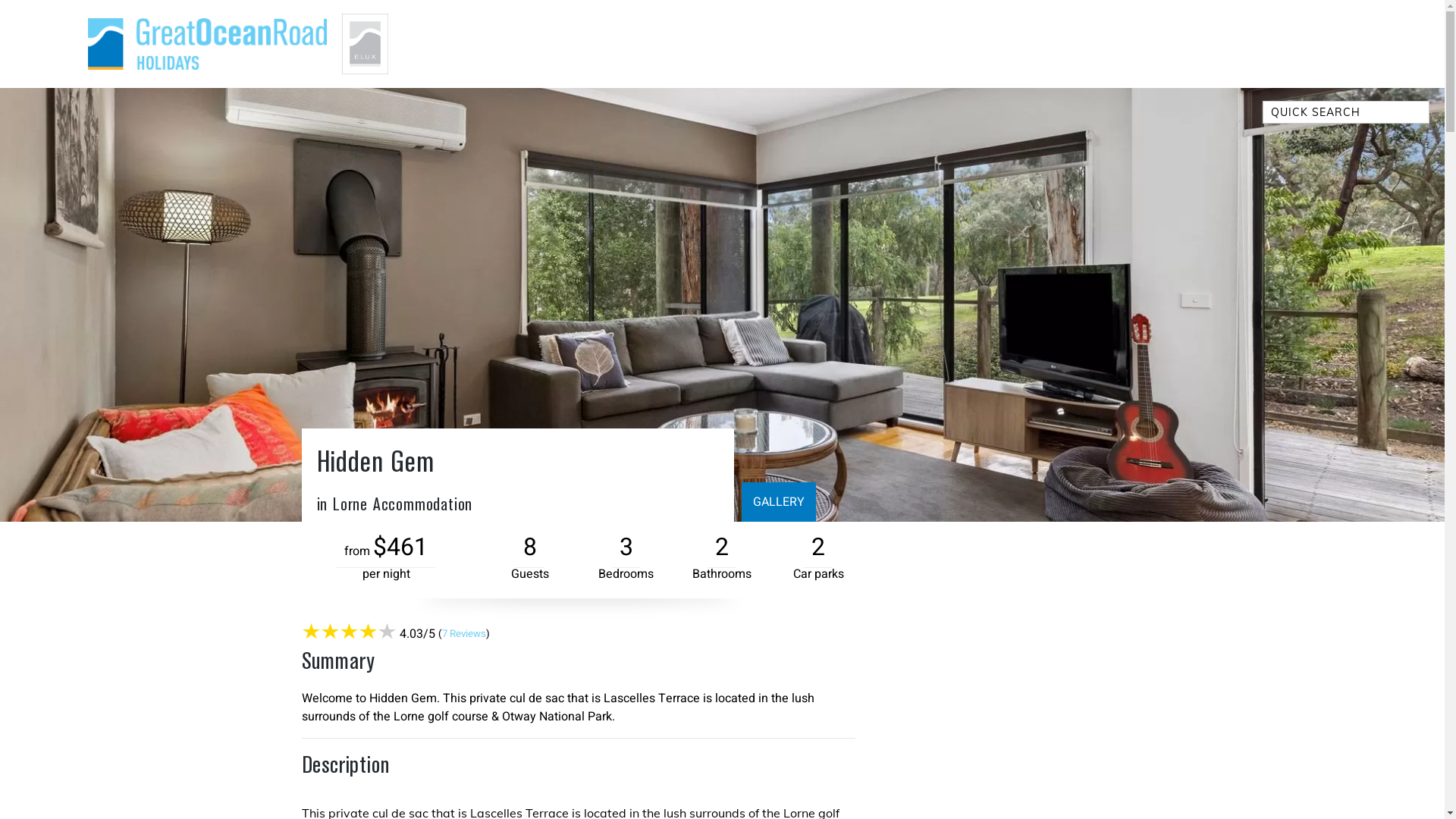 This screenshot has width=1456, height=819. I want to click on '7 Reviews', so click(462, 634).